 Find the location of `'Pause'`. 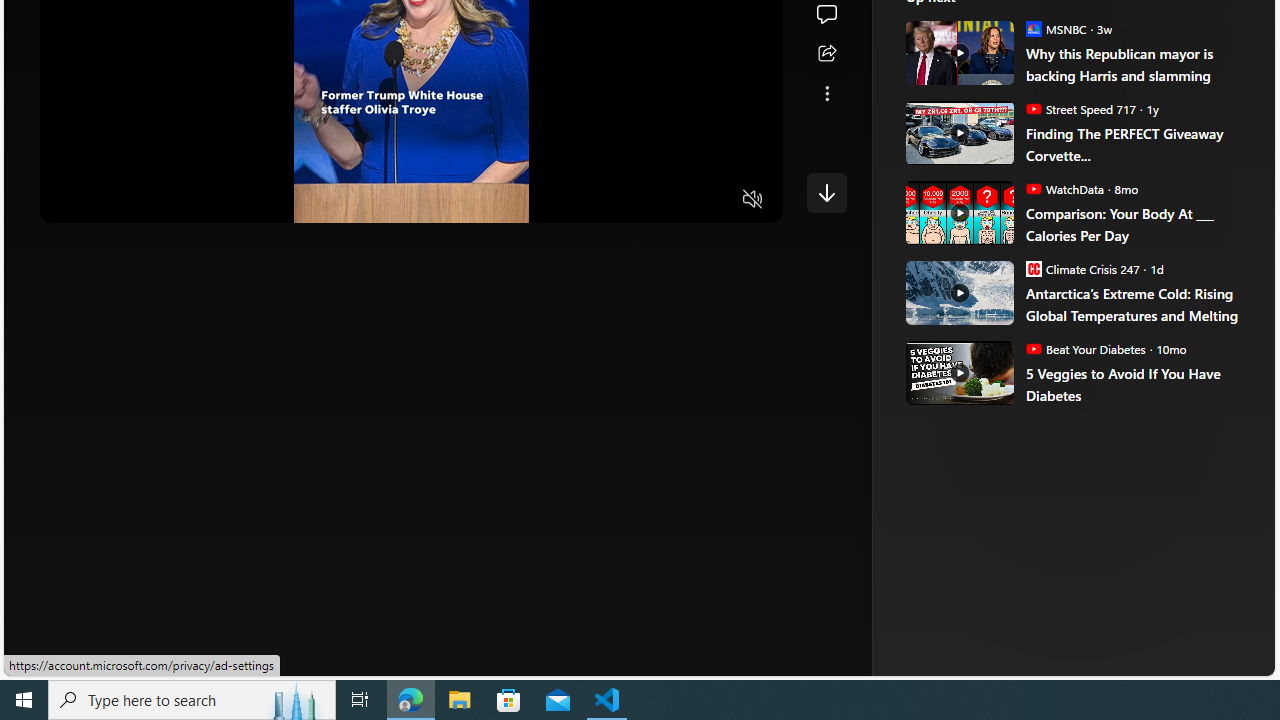

'Pause' is located at coordinates (69, 200).